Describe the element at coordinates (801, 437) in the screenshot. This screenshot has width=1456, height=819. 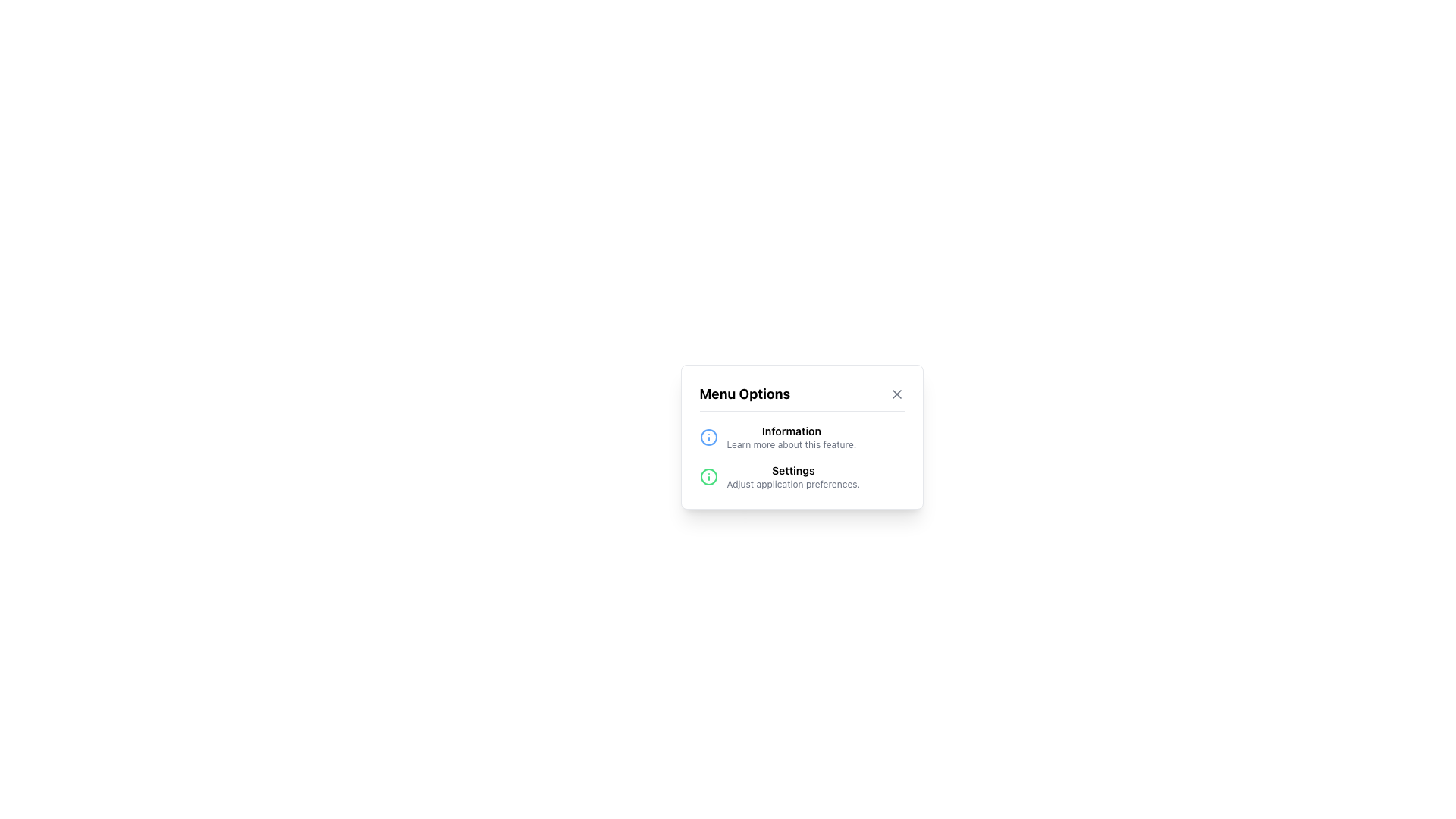
I see `the Informational Text Block, which consists of a blue circular 'i' icon, the bolded title 'Information', and the gray description 'Learn more about this feature'` at that location.